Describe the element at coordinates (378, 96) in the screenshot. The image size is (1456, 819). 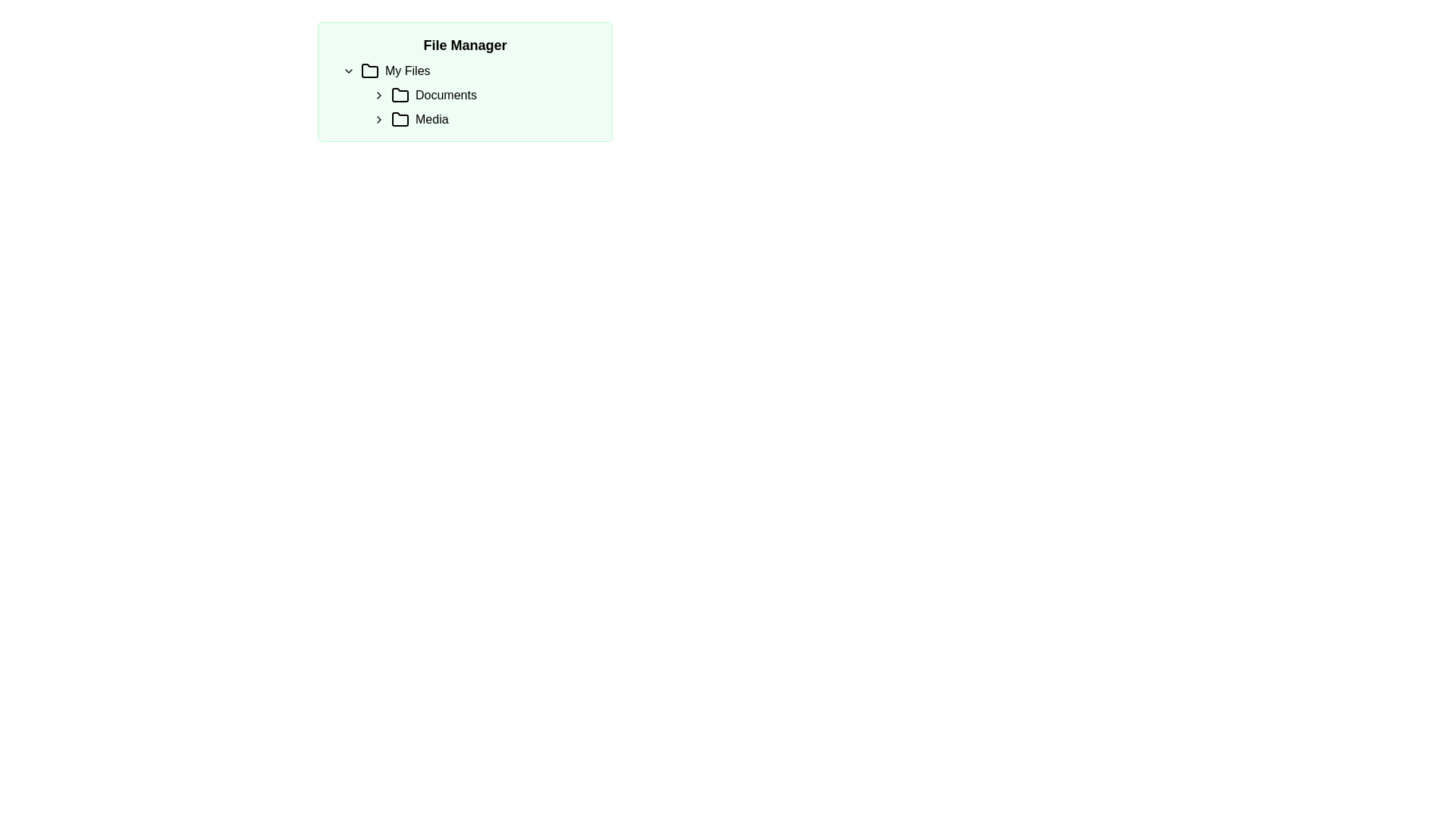
I see `the Button-like SVG icon` at that location.